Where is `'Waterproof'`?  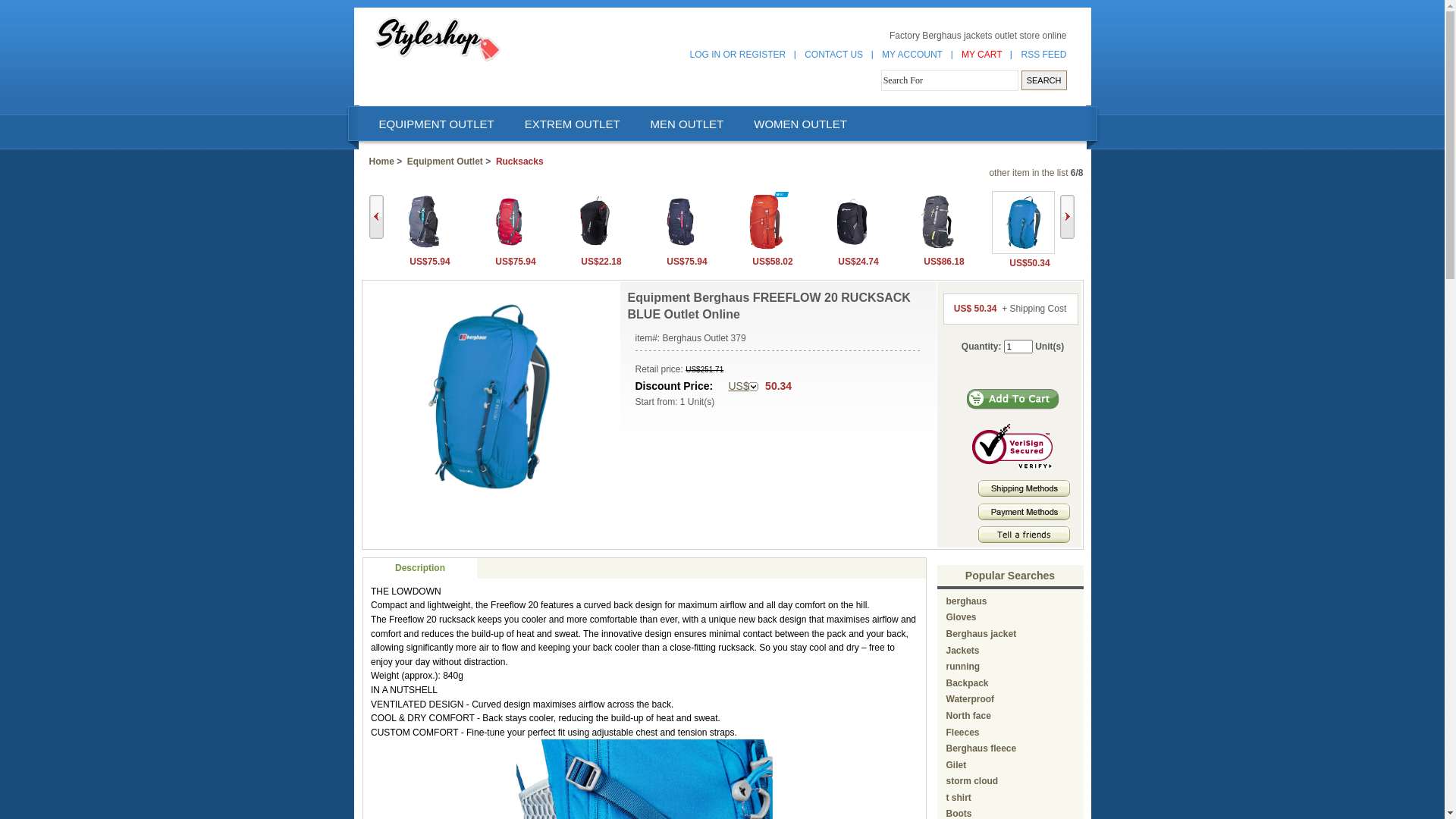 'Waterproof' is located at coordinates (971, 698).